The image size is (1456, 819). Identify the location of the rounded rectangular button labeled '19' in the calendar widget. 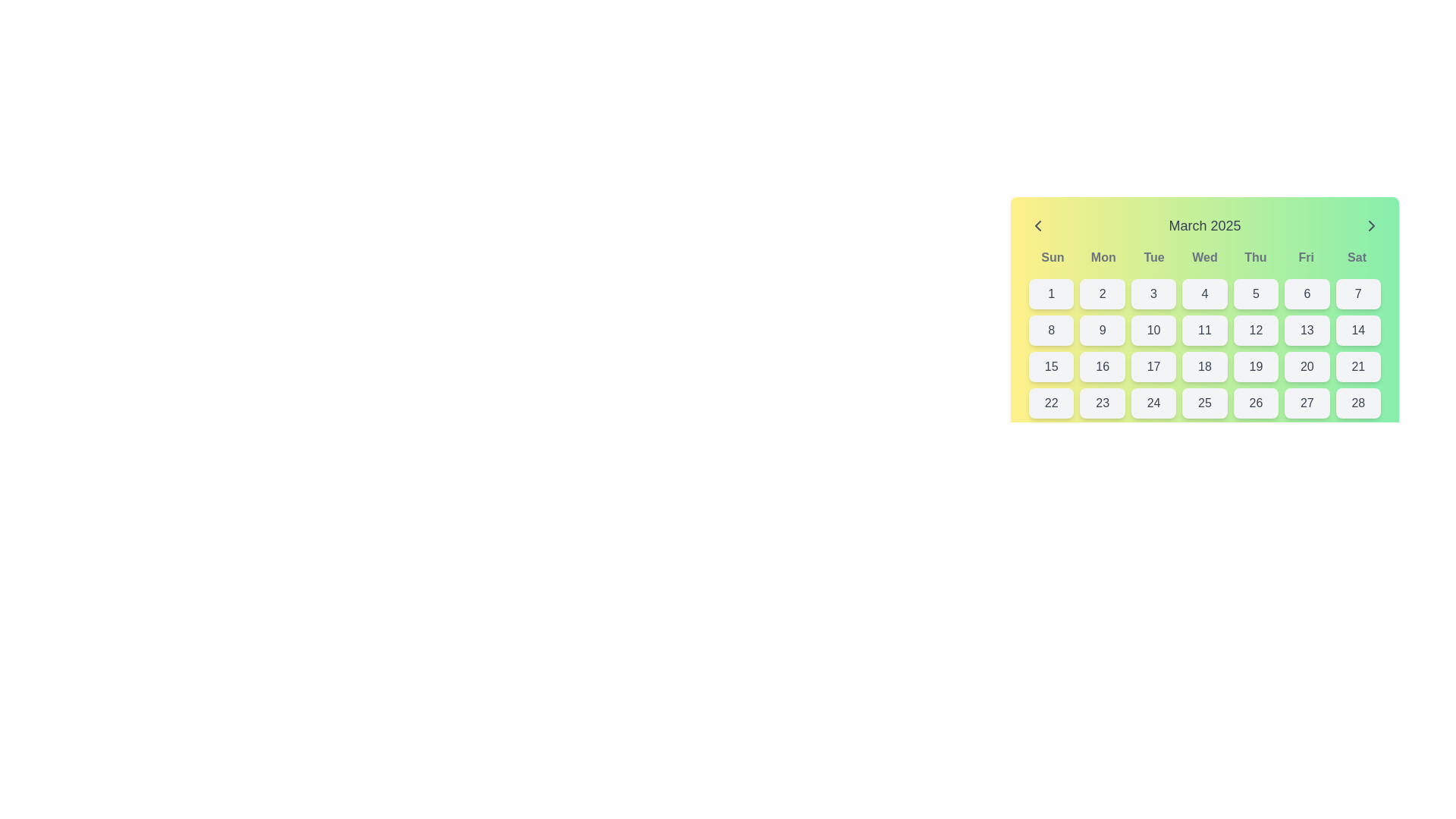
(1256, 366).